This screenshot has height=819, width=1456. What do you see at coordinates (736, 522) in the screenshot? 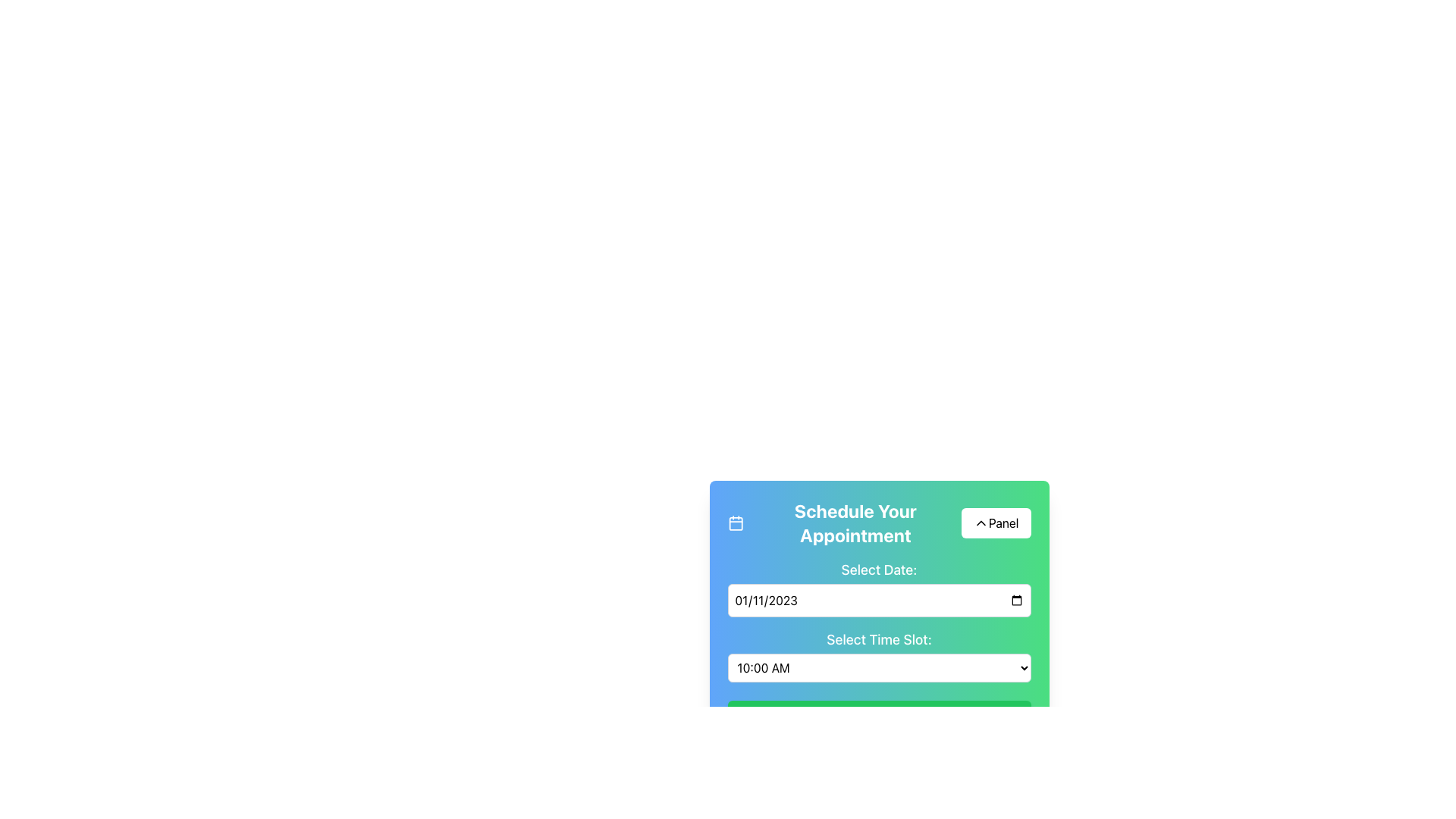
I see `the light blue rounded rectangle icon located at the top center of the calendar graphic in the 'Schedule Your Appointment' form, adjacent to the 'Select Date:' text` at bounding box center [736, 522].